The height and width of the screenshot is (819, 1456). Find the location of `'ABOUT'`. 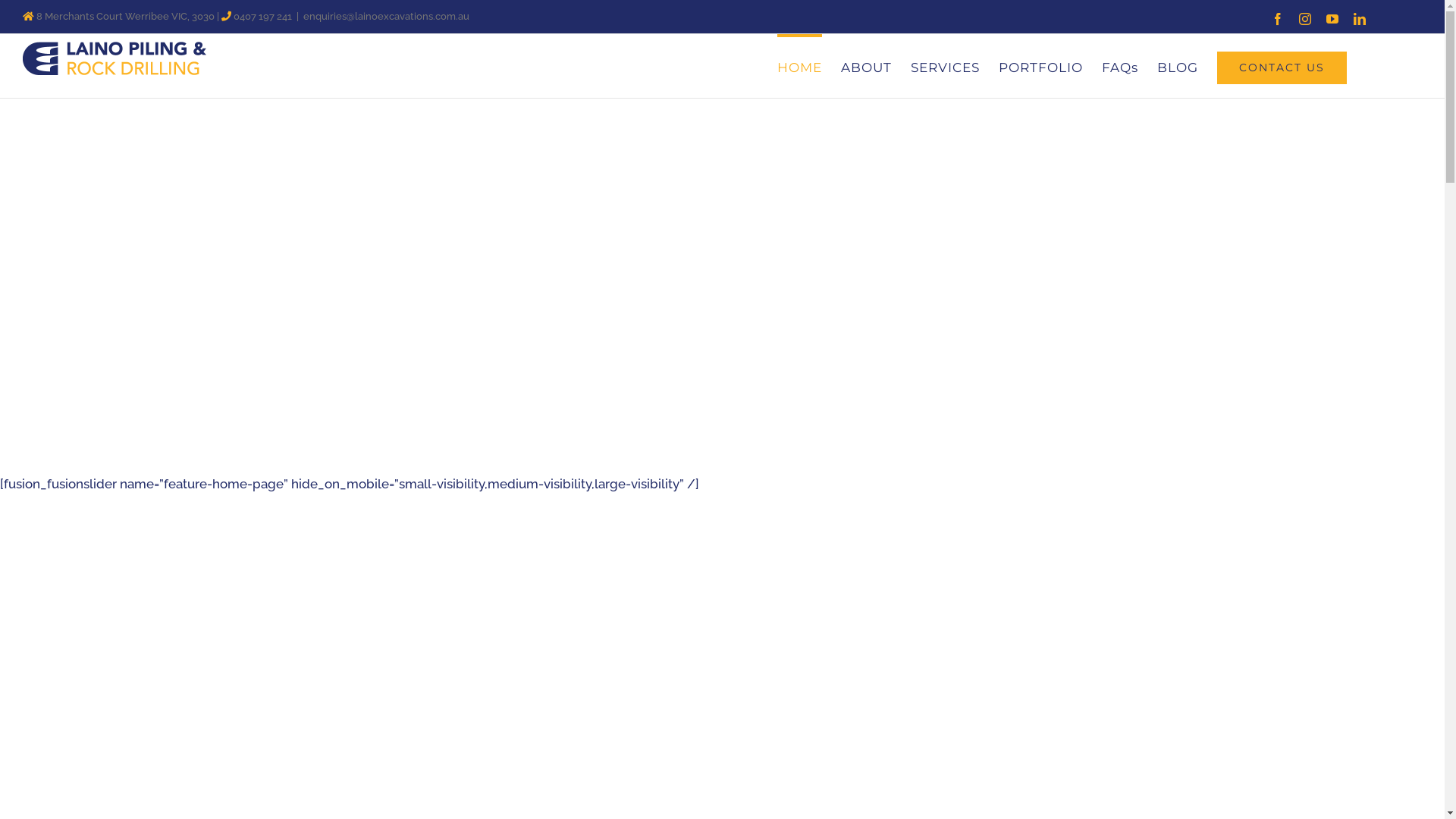

'ABOUT' is located at coordinates (866, 65).